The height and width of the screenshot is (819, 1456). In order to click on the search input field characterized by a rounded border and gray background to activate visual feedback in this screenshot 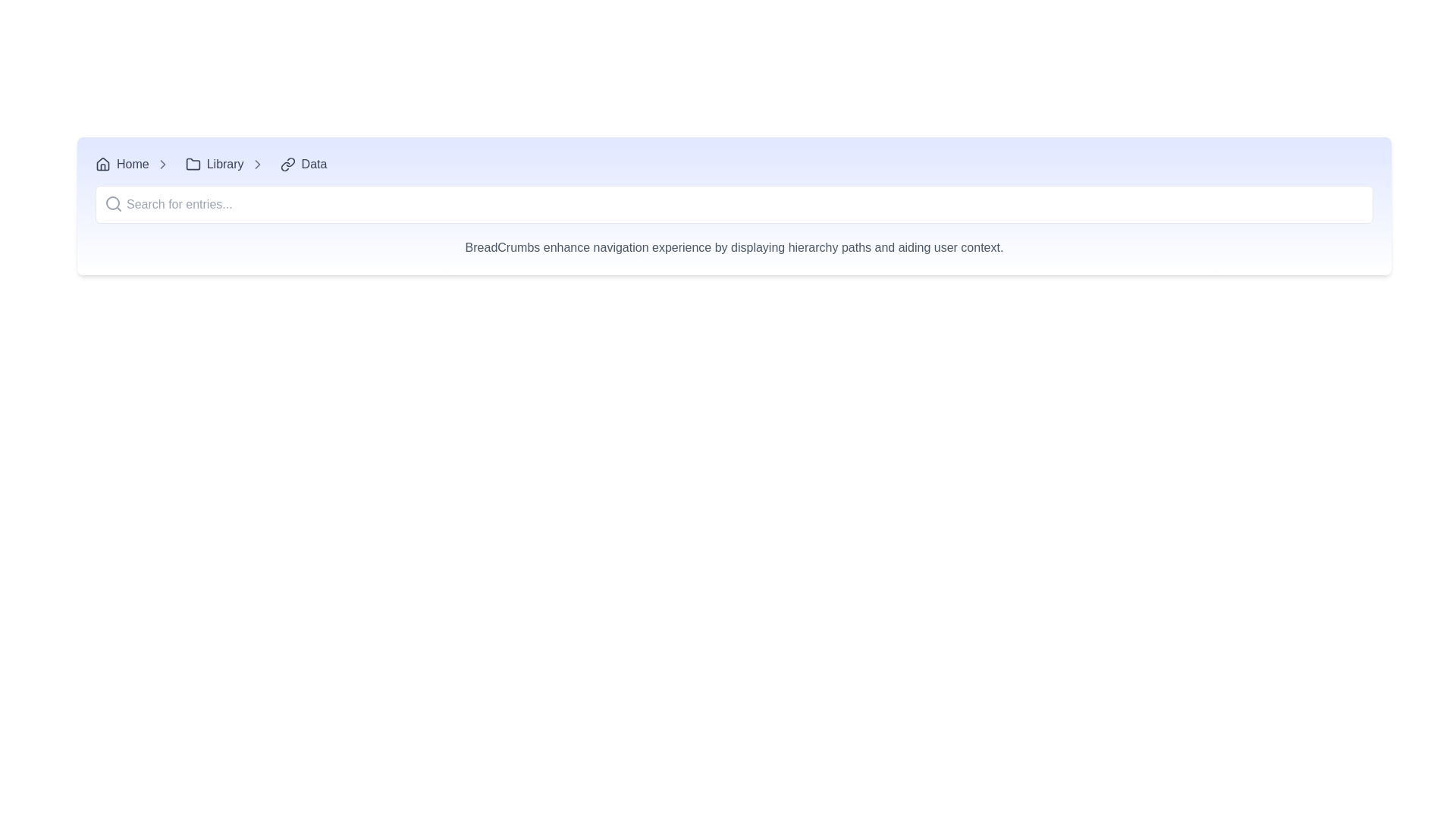, I will do `click(734, 205)`.